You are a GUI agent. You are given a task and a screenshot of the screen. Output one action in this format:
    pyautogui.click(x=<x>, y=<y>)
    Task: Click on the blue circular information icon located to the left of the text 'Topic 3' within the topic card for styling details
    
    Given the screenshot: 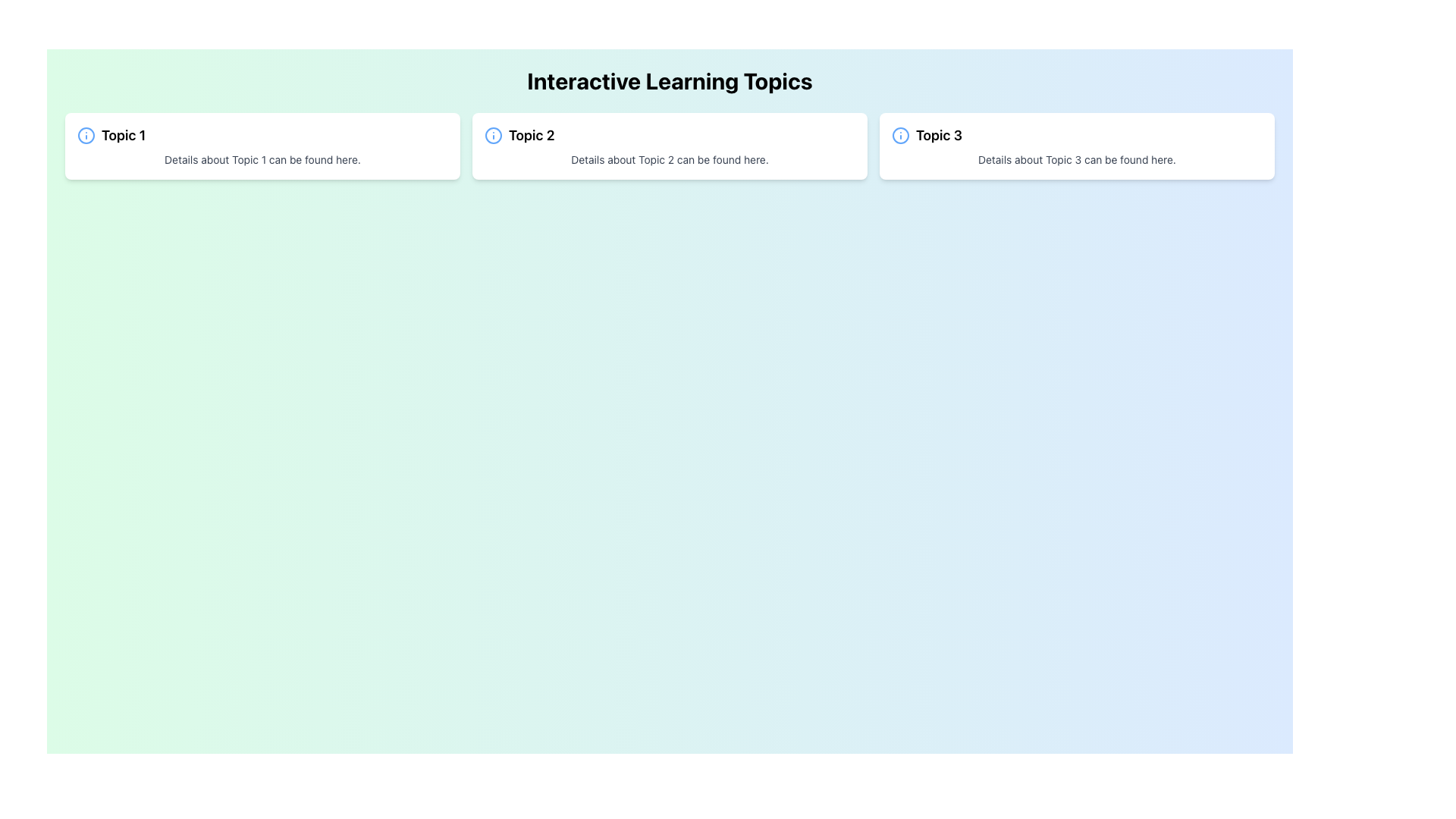 What is the action you would take?
    pyautogui.click(x=901, y=134)
    